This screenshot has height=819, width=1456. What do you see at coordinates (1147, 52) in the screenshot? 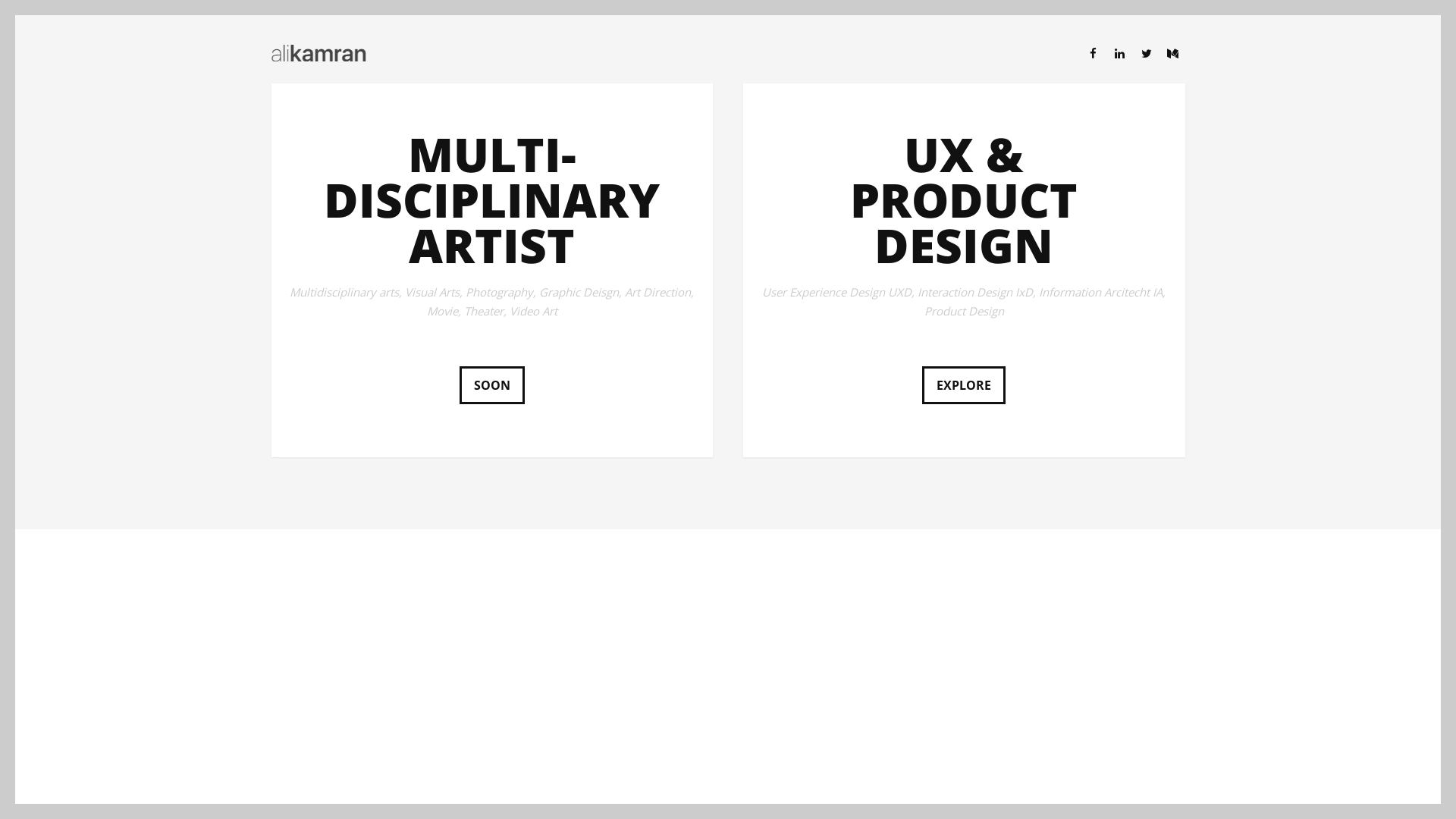
I see `'Twitter'` at bounding box center [1147, 52].